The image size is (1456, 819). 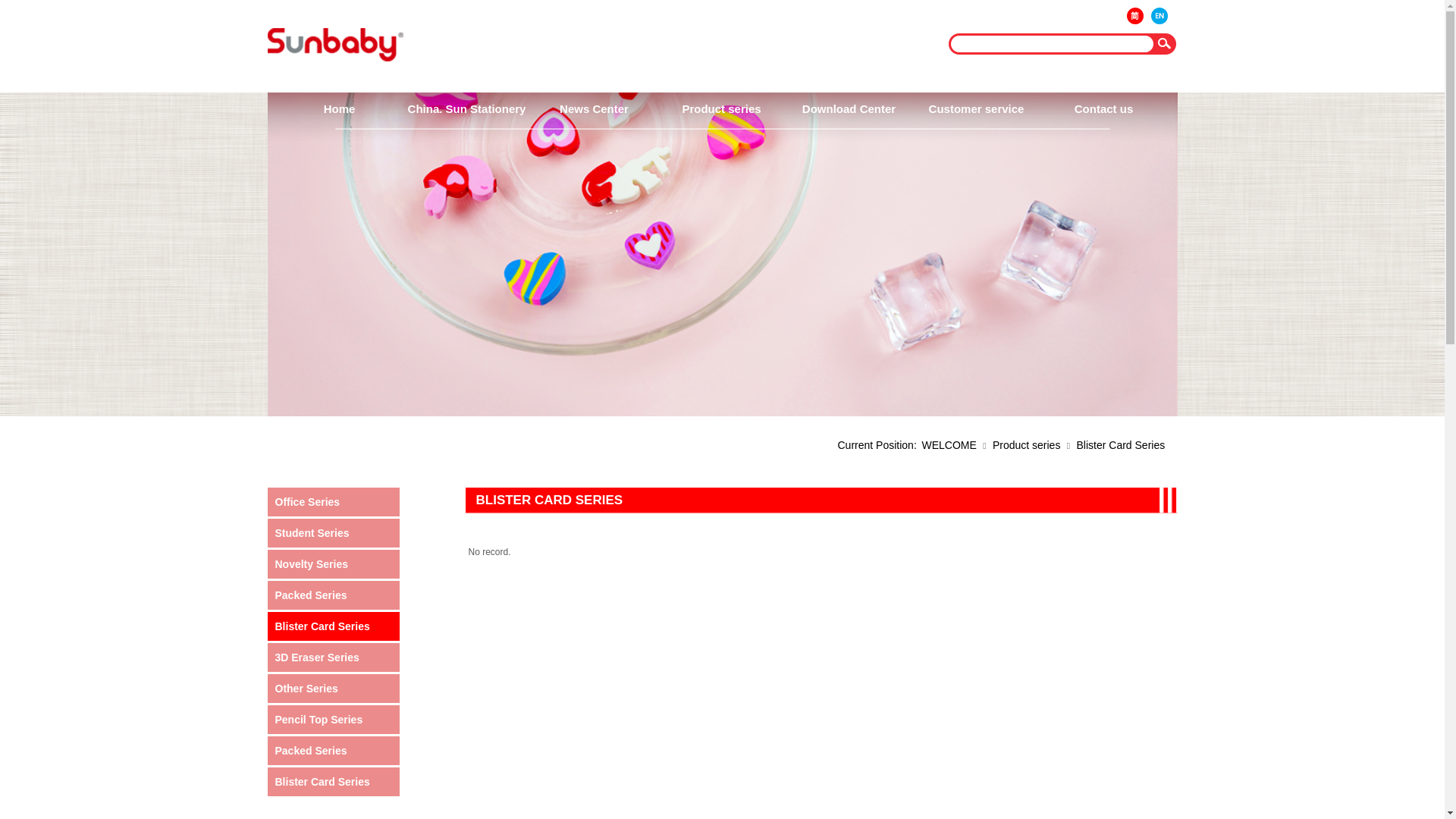 I want to click on 'Contact us', so click(x=1103, y=108).